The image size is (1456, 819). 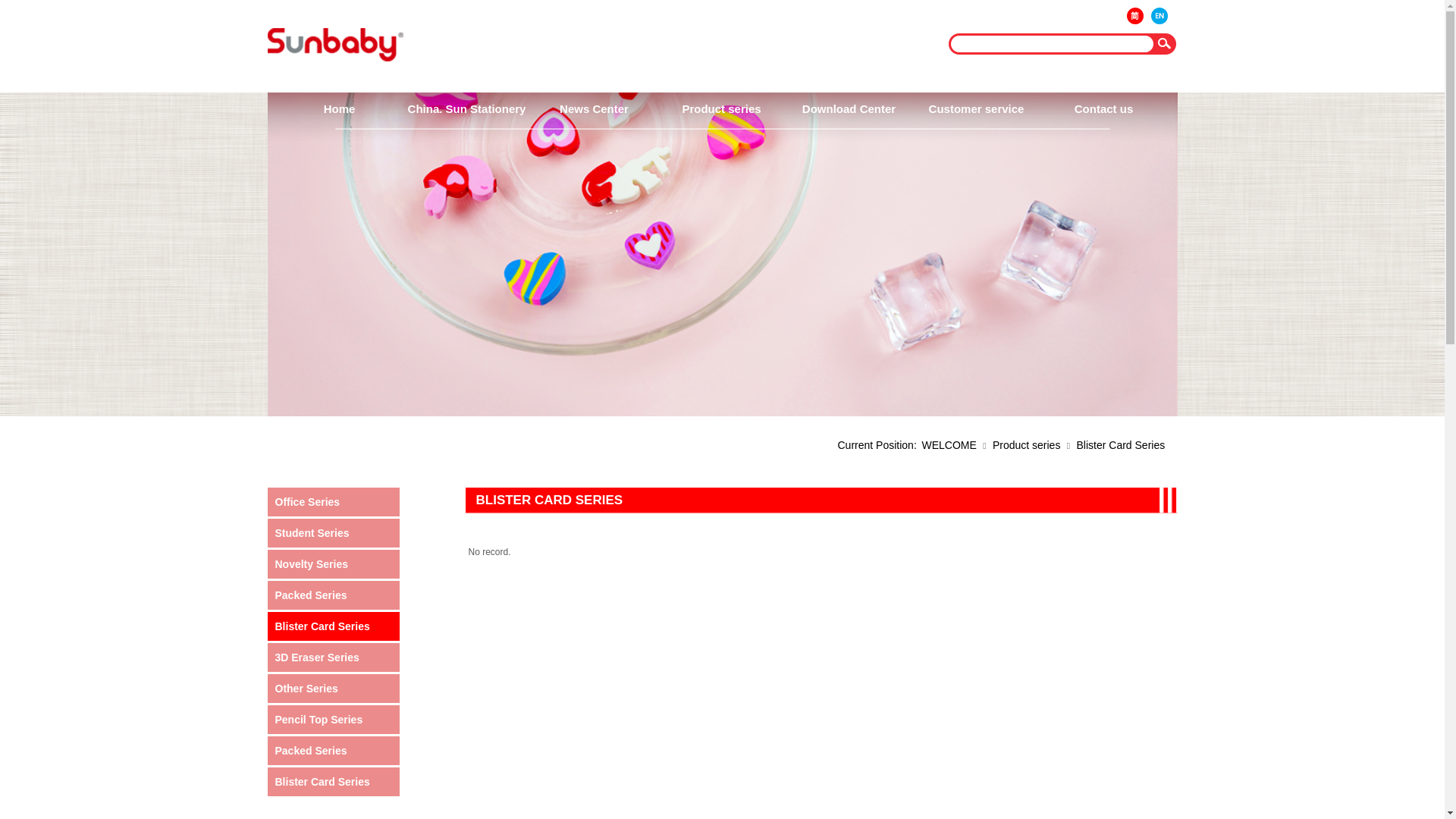 I want to click on 'Contact us', so click(x=1103, y=108).